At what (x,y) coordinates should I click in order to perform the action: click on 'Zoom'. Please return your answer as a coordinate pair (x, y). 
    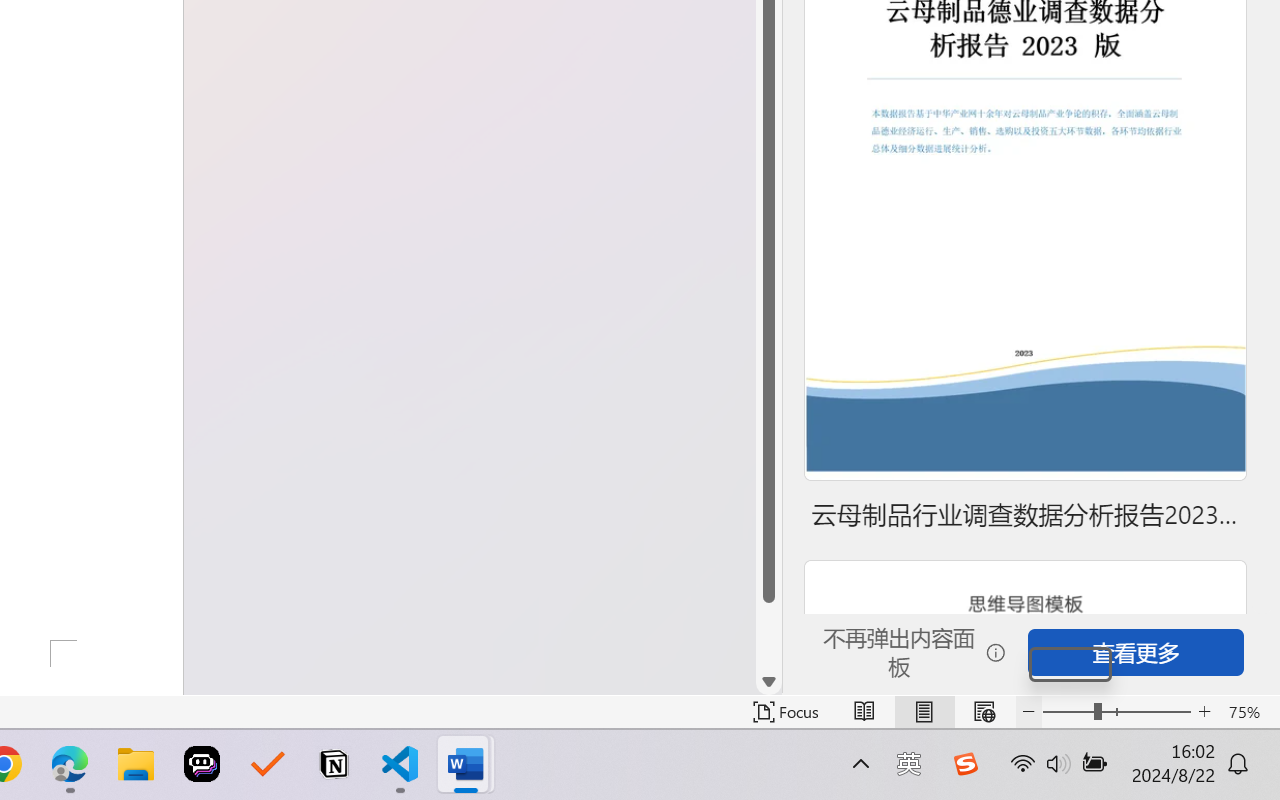
    Looking at the image, I should click on (1115, 711).